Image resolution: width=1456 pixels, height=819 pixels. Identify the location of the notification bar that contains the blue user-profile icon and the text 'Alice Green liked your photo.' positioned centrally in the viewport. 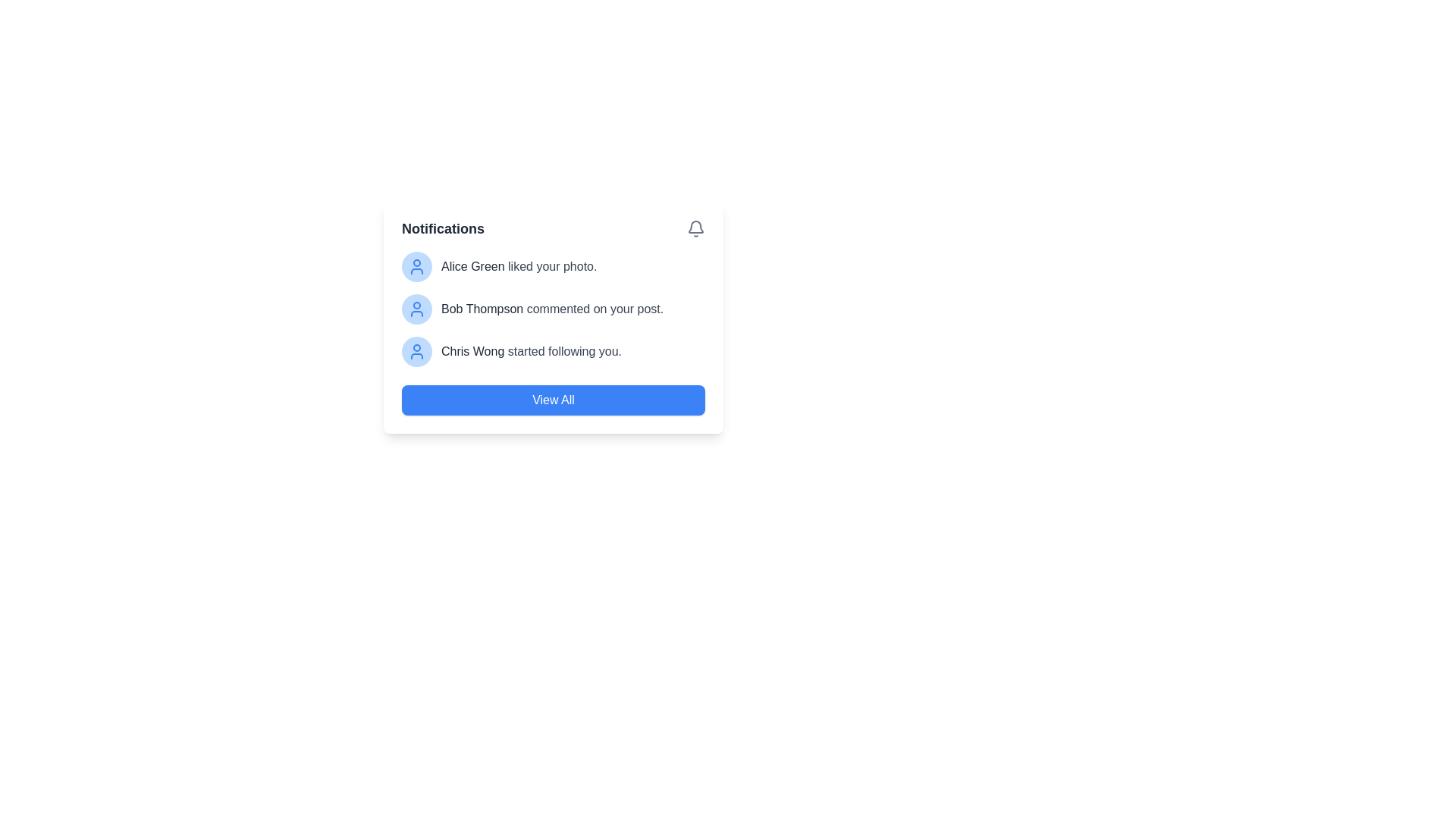
(552, 265).